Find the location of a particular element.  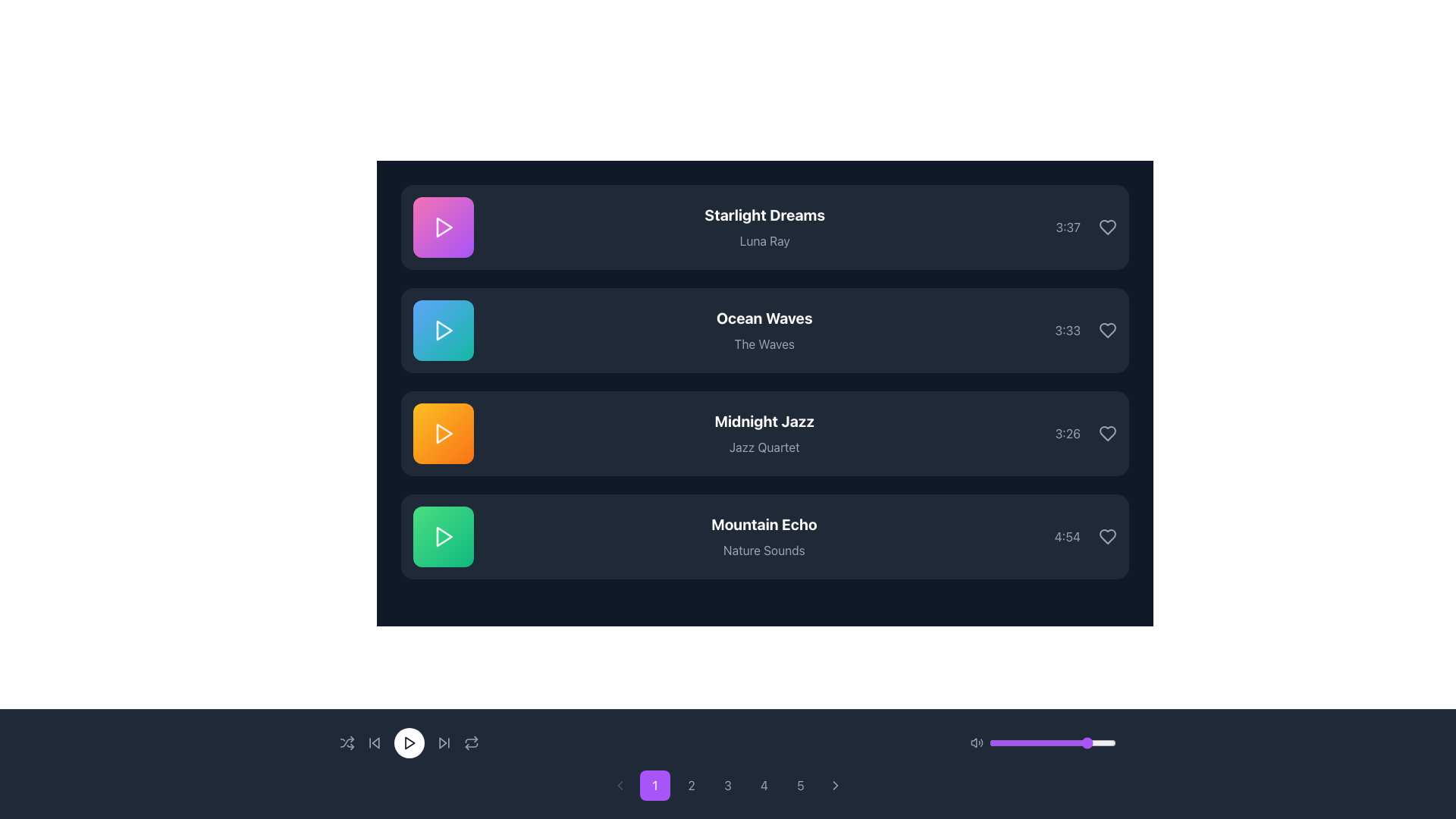

descriptive text label located below 'Midnight Jazz', which provides additional information about the music track is located at coordinates (764, 447).